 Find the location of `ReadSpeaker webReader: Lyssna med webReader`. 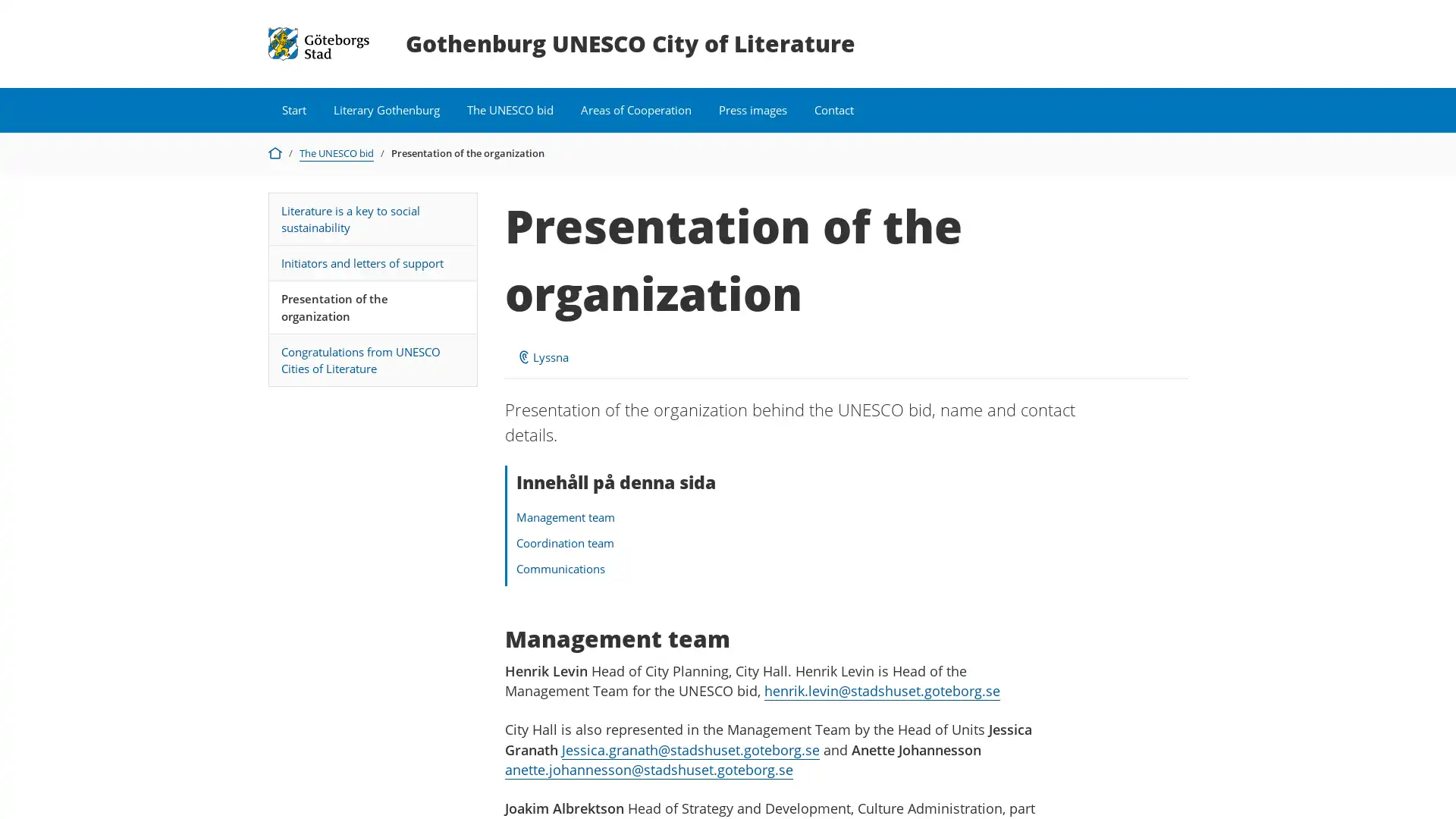

ReadSpeaker webReader: Lyssna med webReader is located at coordinates (542, 356).